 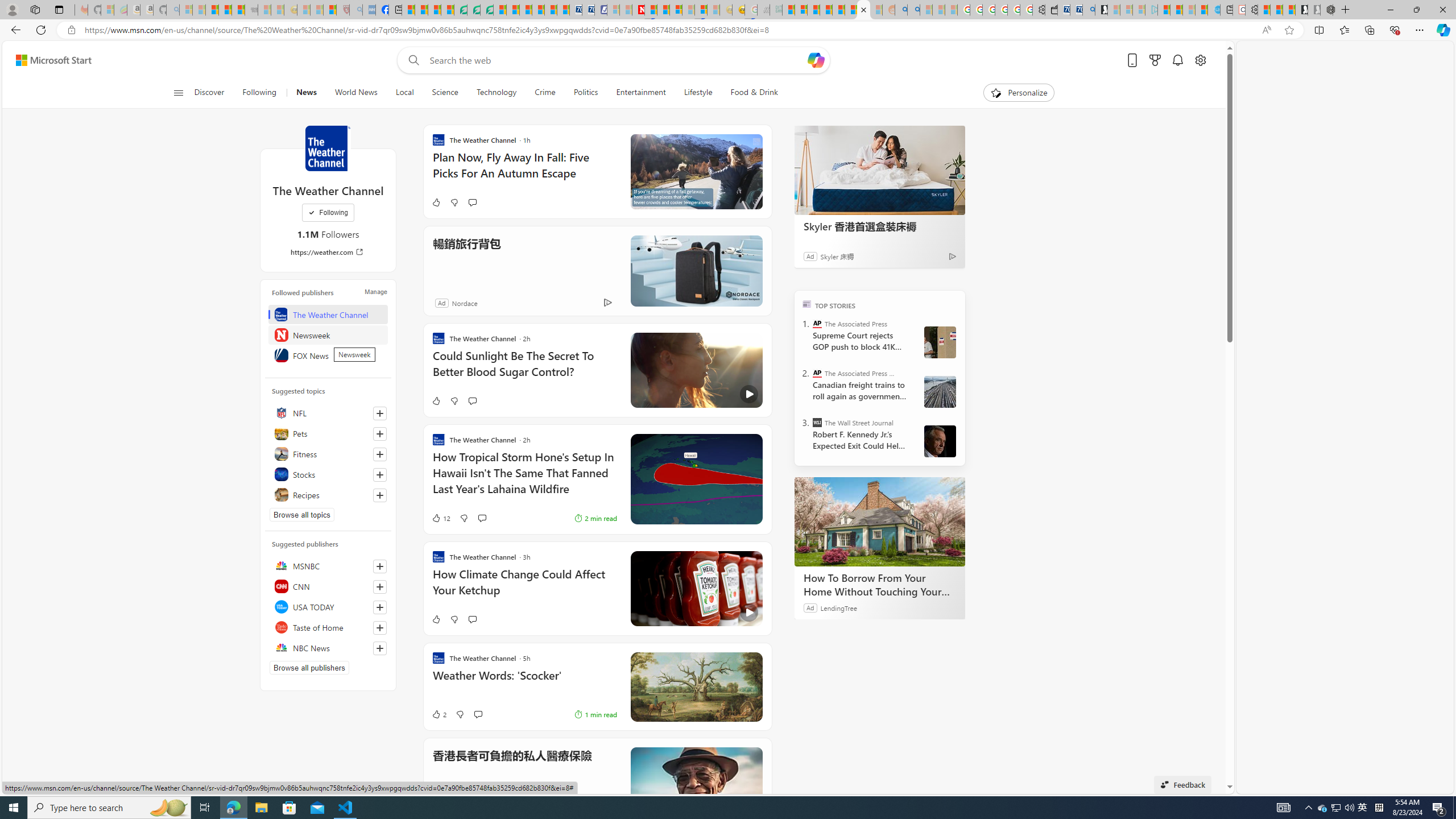 What do you see at coordinates (524, 369) in the screenshot?
I see `'Could Sunlight Be The Secret To Better Blood Sugar Control?'` at bounding box center [524, 369].